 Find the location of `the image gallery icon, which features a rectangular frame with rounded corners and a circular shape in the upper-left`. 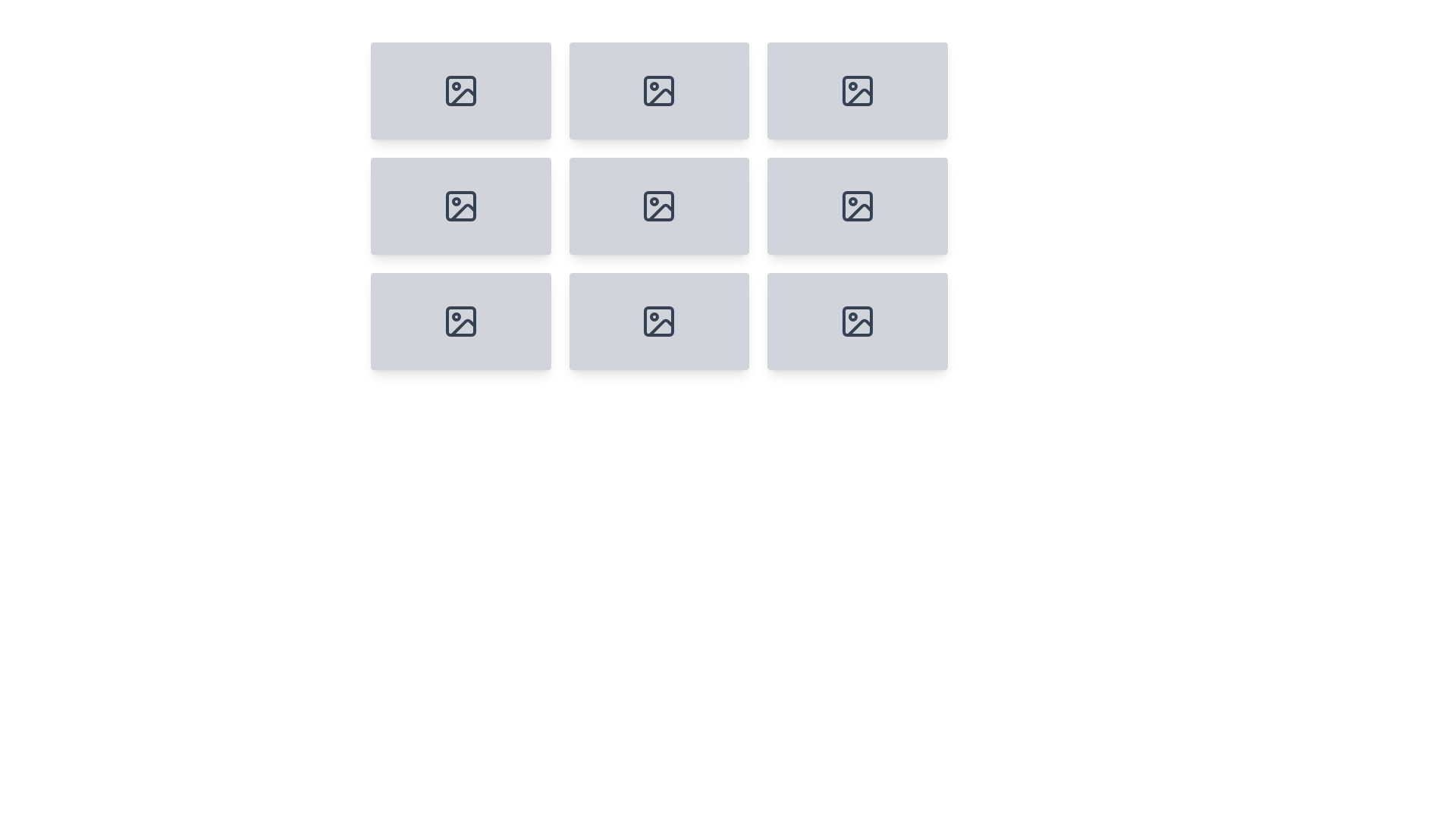

the image gallery icon, which features a rectangular frame with rounded corners and a circular shape in the upper-left is located at coordinates (659, 206).